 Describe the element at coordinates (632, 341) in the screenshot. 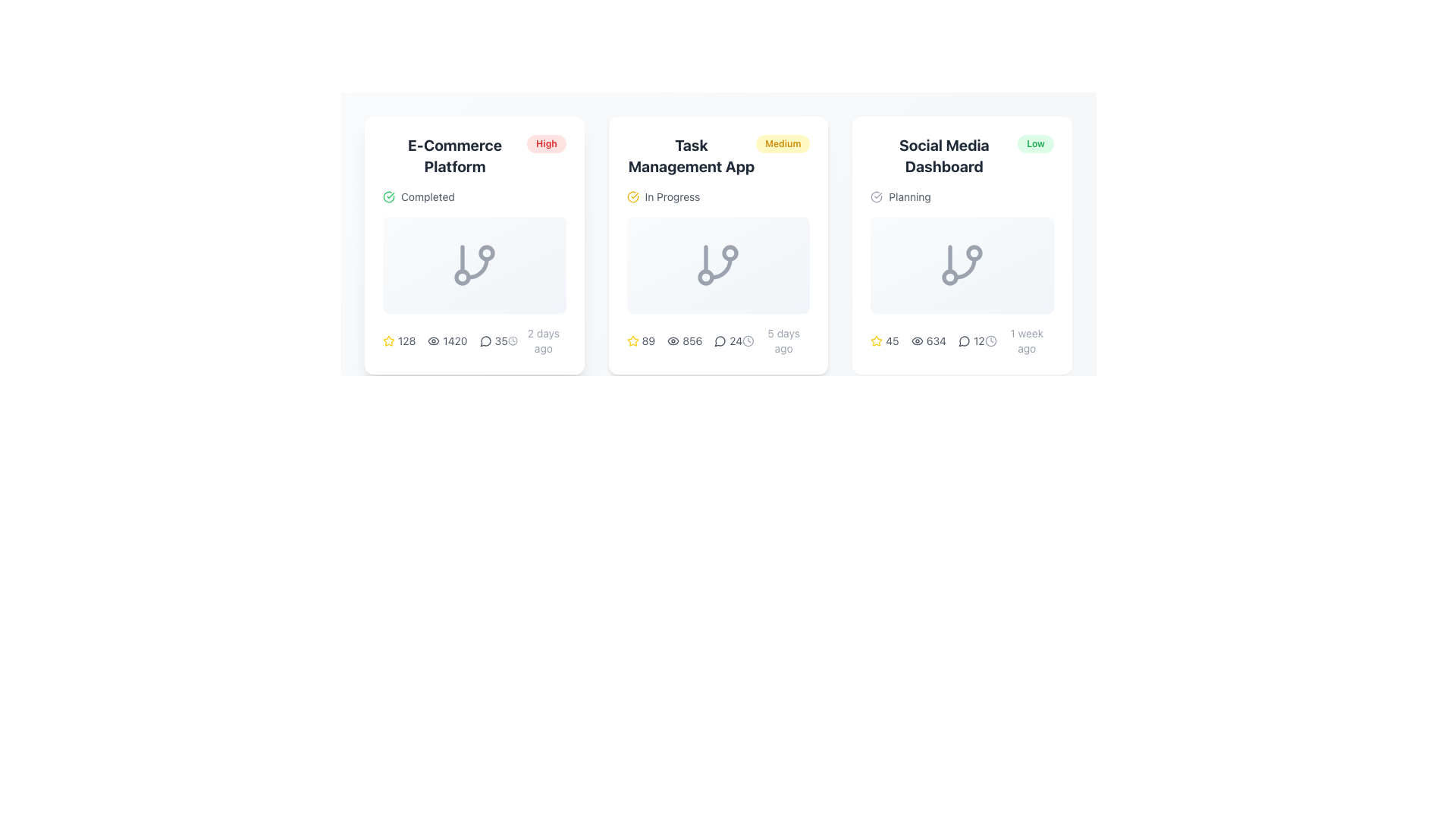

I see `the star icon located to the left of the text '89' in the 'Task Management App' card to interact with it` at that location.